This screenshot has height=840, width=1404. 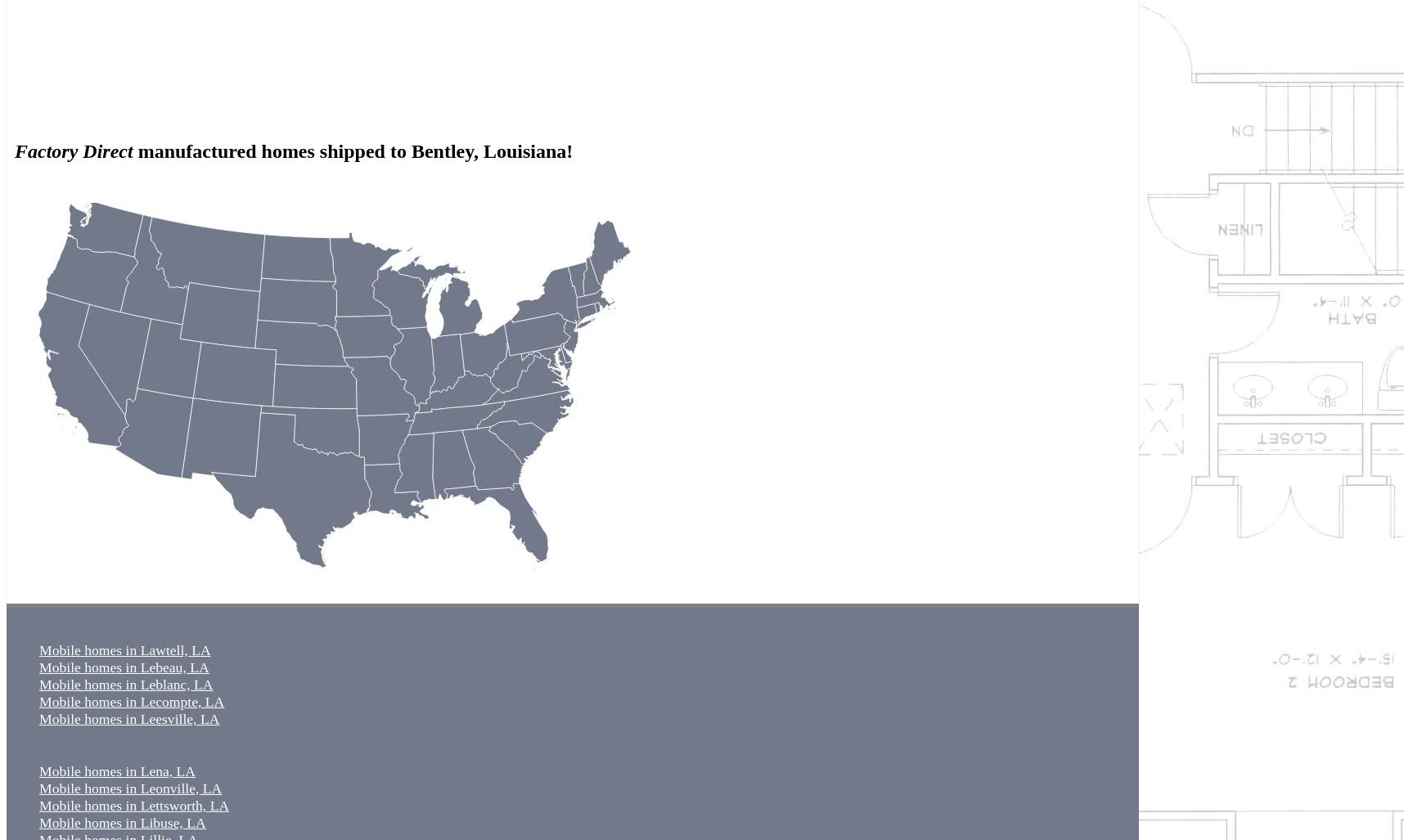 What do you see at coordinates (129, 718) in the screenshot?
I see `'Mobile homes in Leesville, LA'` at bounding box center [129, 718].